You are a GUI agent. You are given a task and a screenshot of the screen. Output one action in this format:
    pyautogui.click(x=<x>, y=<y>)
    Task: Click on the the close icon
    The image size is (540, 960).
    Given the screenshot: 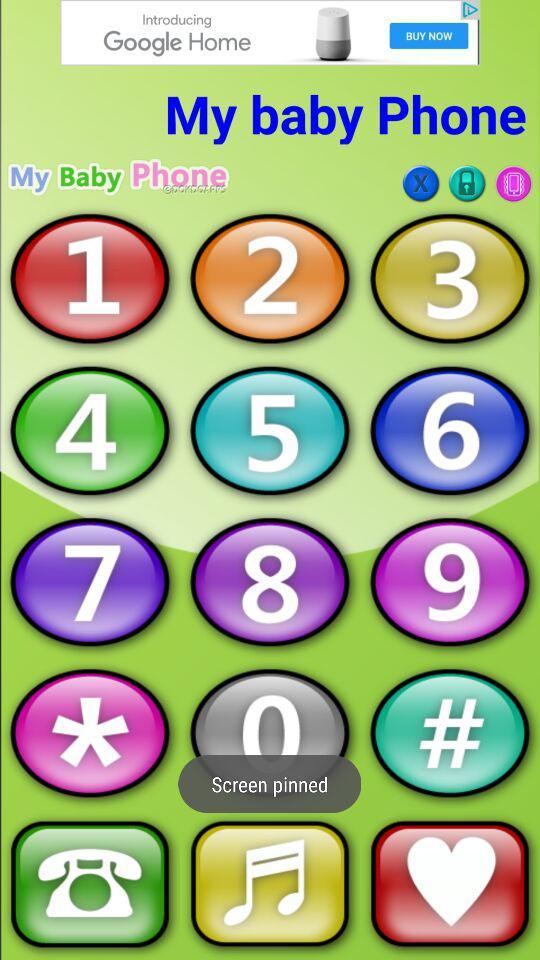 What is the action you would take?
    pyautogui.click(x=420, y=183)
    